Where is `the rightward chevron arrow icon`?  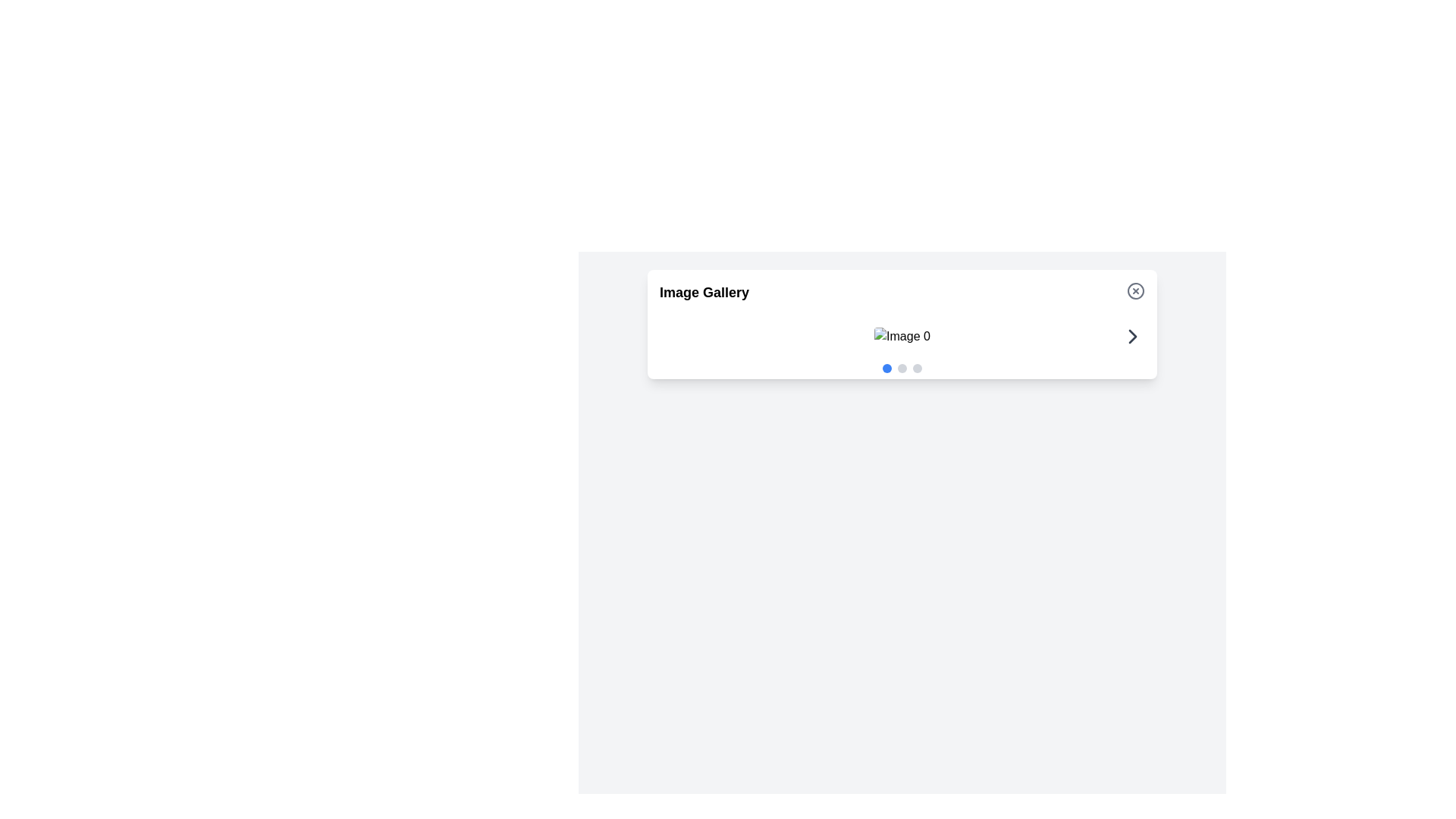
the rightward chevron arrow icon is located at coordinates (1132, 335).